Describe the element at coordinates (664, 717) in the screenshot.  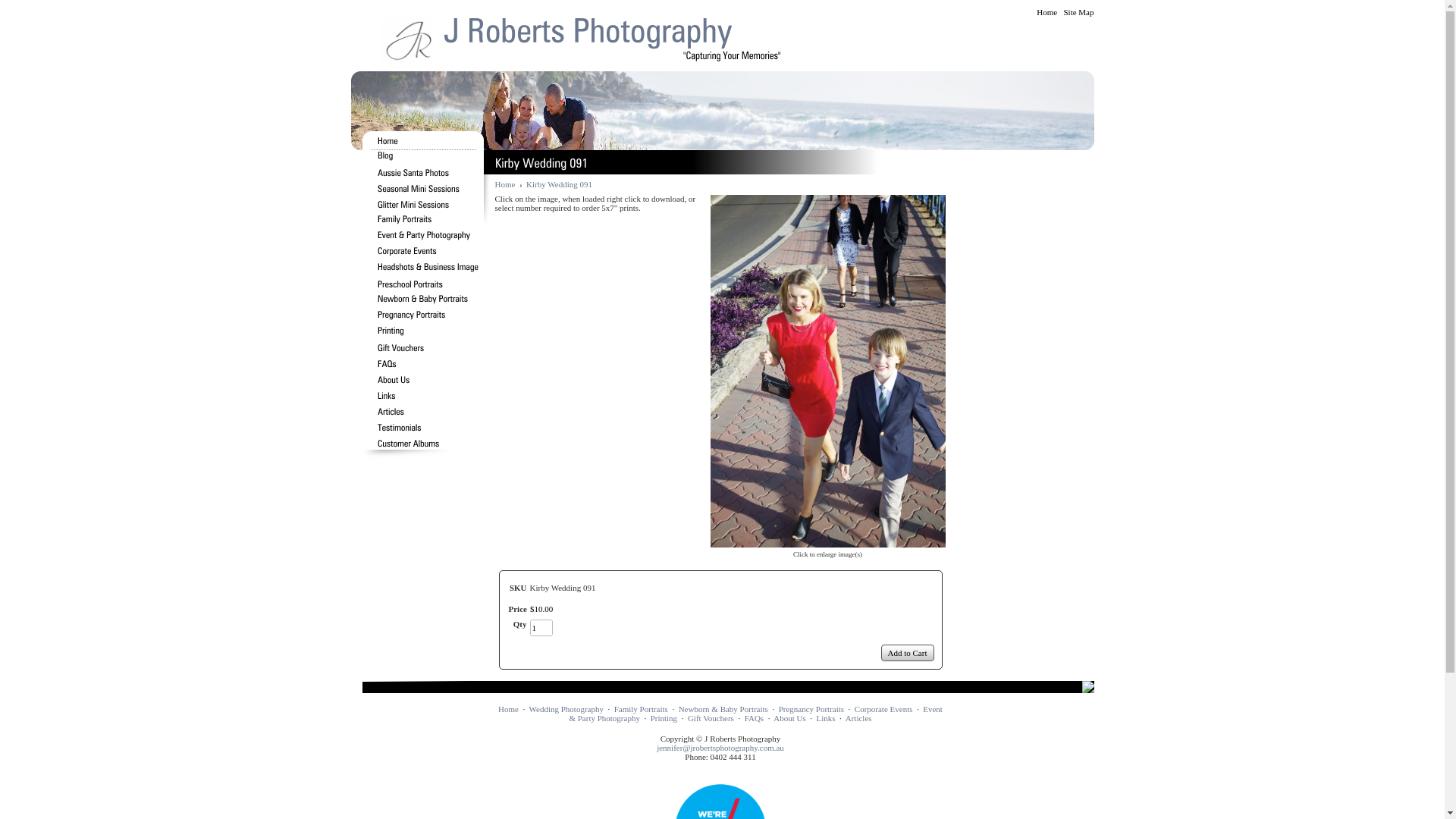
I see `'Printing'` at that location.